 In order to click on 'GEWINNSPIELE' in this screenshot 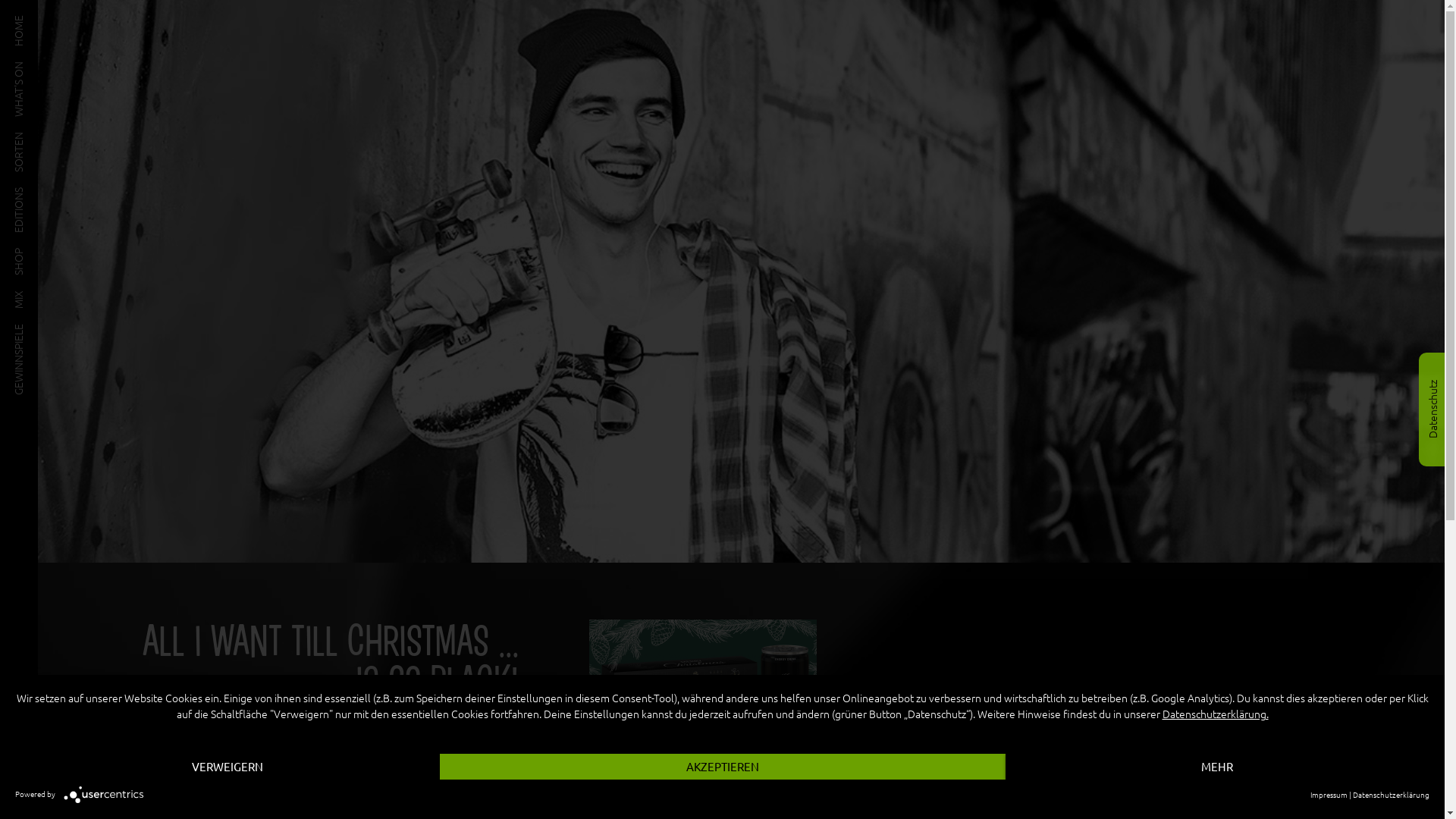, I will do `click(14, 328)`.